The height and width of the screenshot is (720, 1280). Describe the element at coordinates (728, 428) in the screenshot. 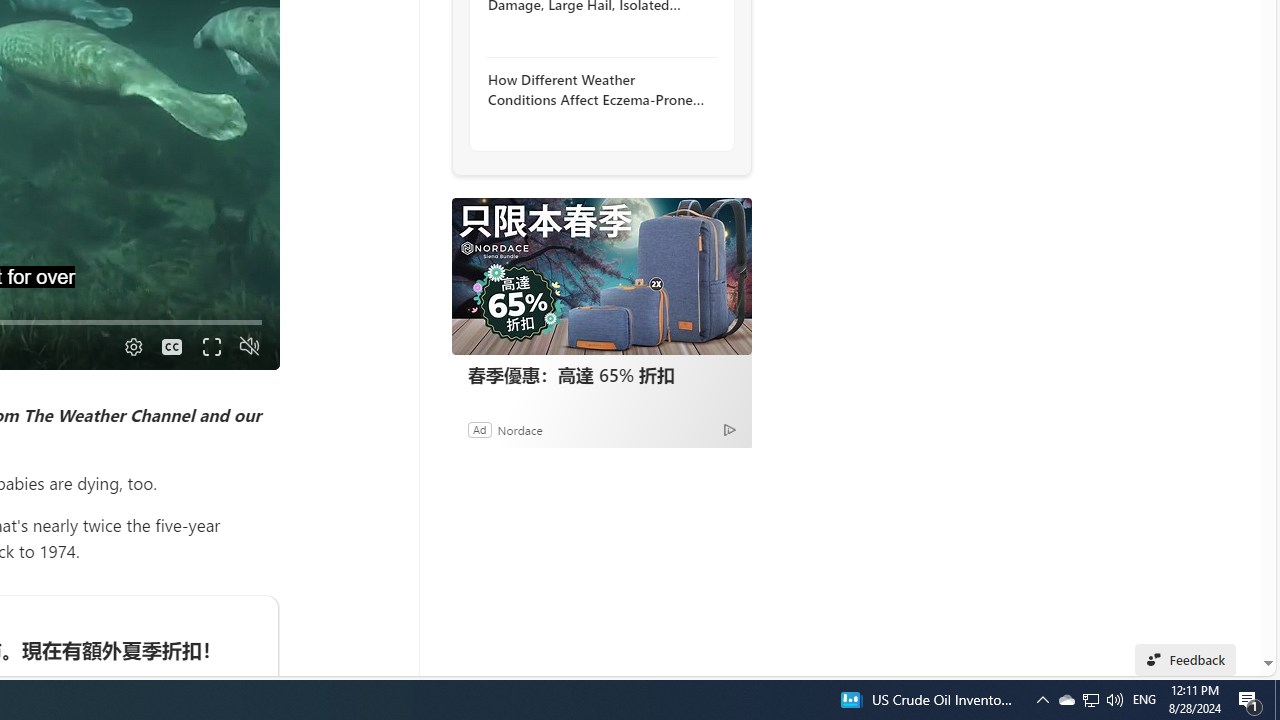

I see `'Ad Choice'` at that location.